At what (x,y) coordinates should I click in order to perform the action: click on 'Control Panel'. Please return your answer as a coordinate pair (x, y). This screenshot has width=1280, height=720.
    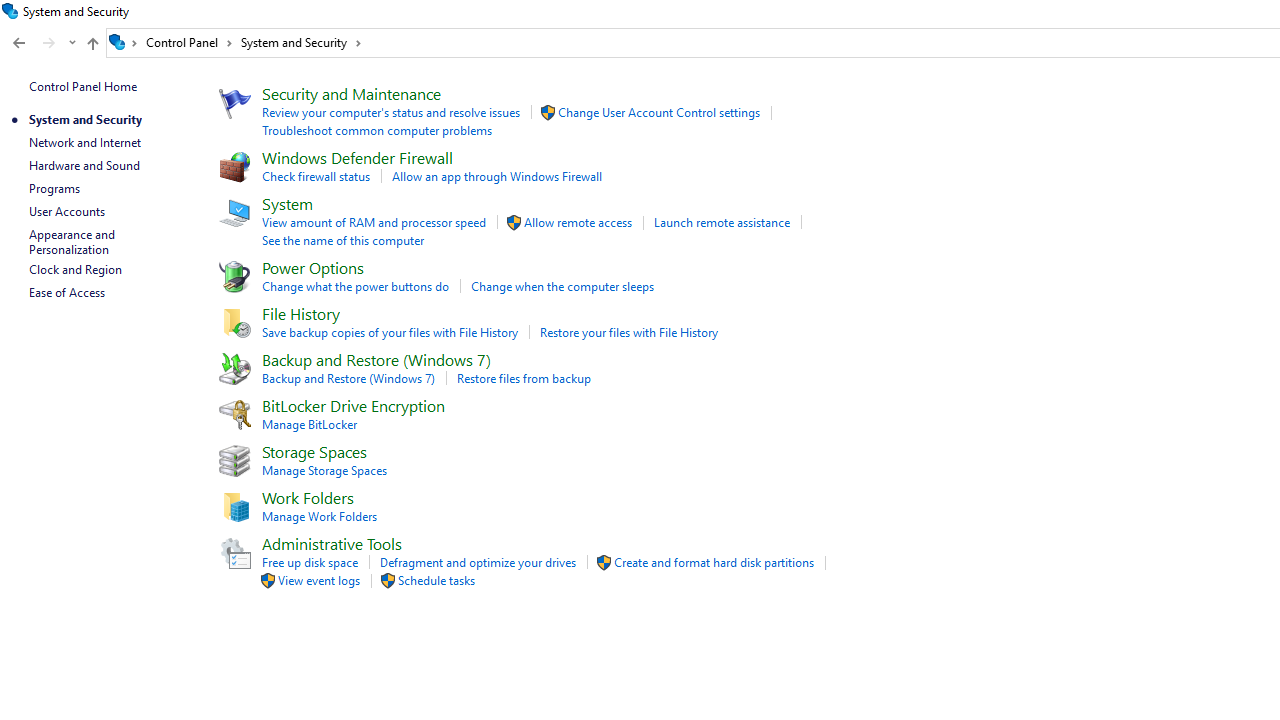
    Looking at the image, I should click on (189, 42).